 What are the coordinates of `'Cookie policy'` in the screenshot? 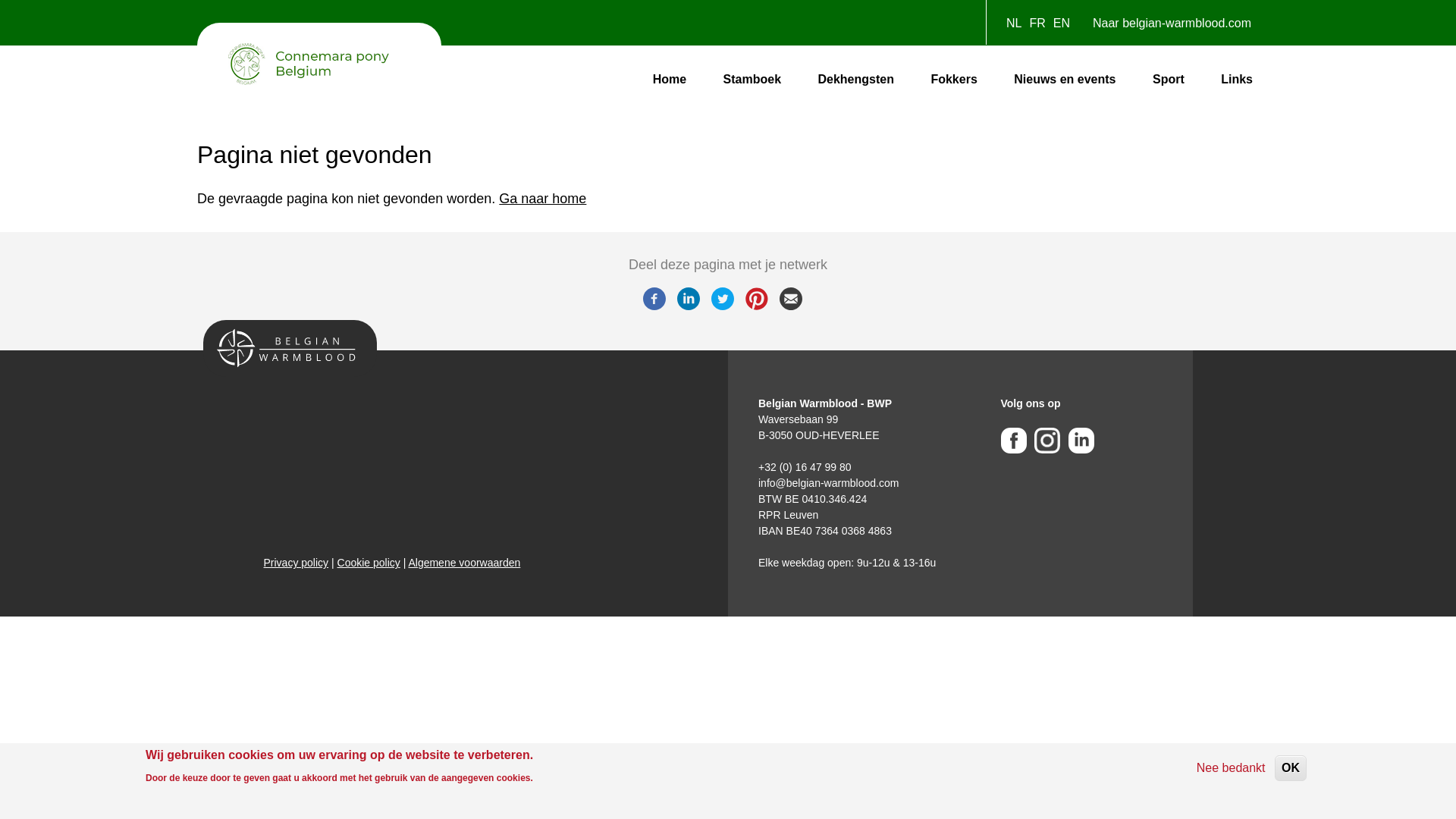 It's located at (369, 562).